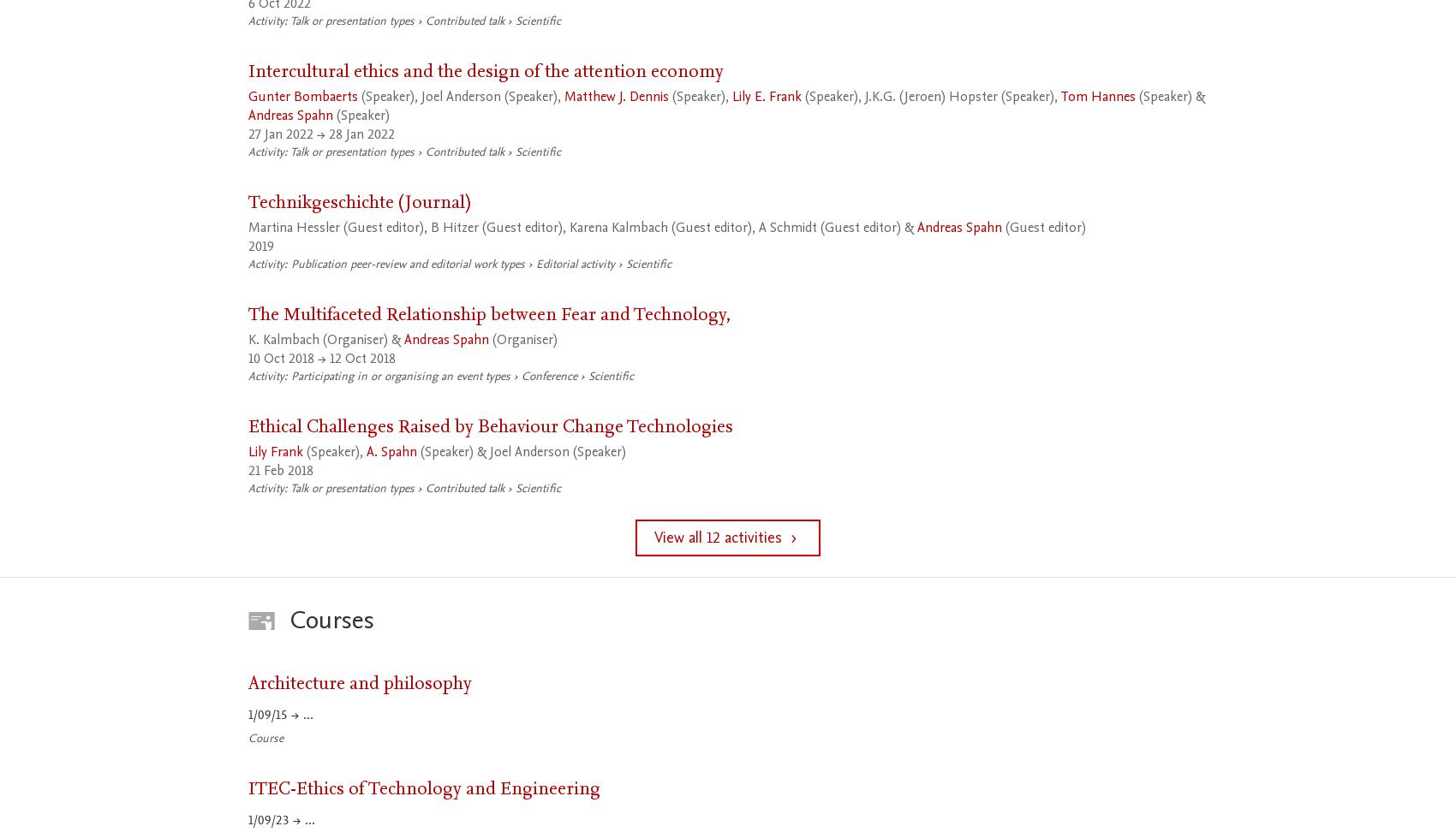 This screenshot has height=832, width=1456. Describe the element at coordinates (522, 339) in the screenshot. I see `'(Organiser)'` at that location.